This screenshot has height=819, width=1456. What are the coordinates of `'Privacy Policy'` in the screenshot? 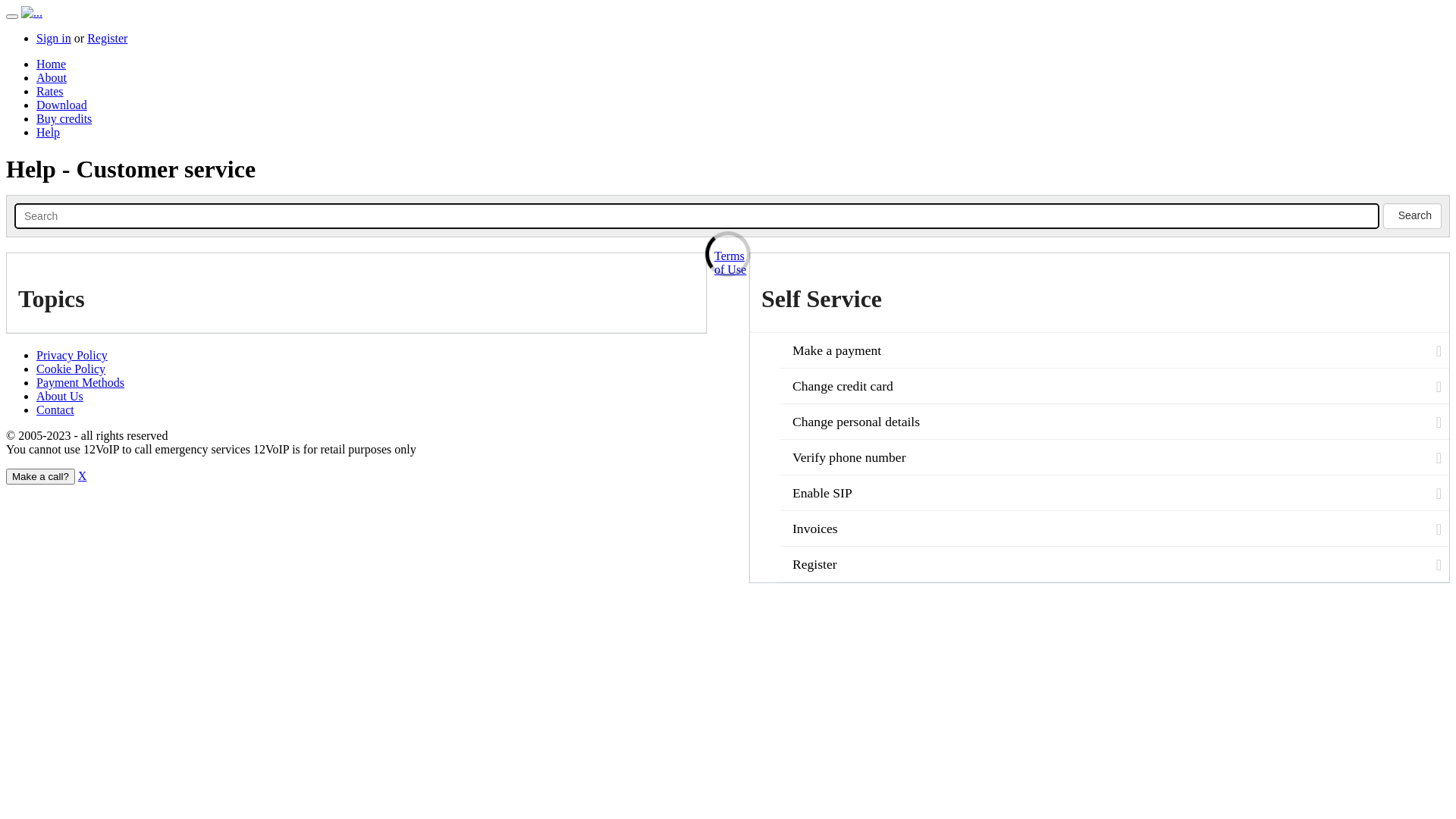 It's located at (36, 355).